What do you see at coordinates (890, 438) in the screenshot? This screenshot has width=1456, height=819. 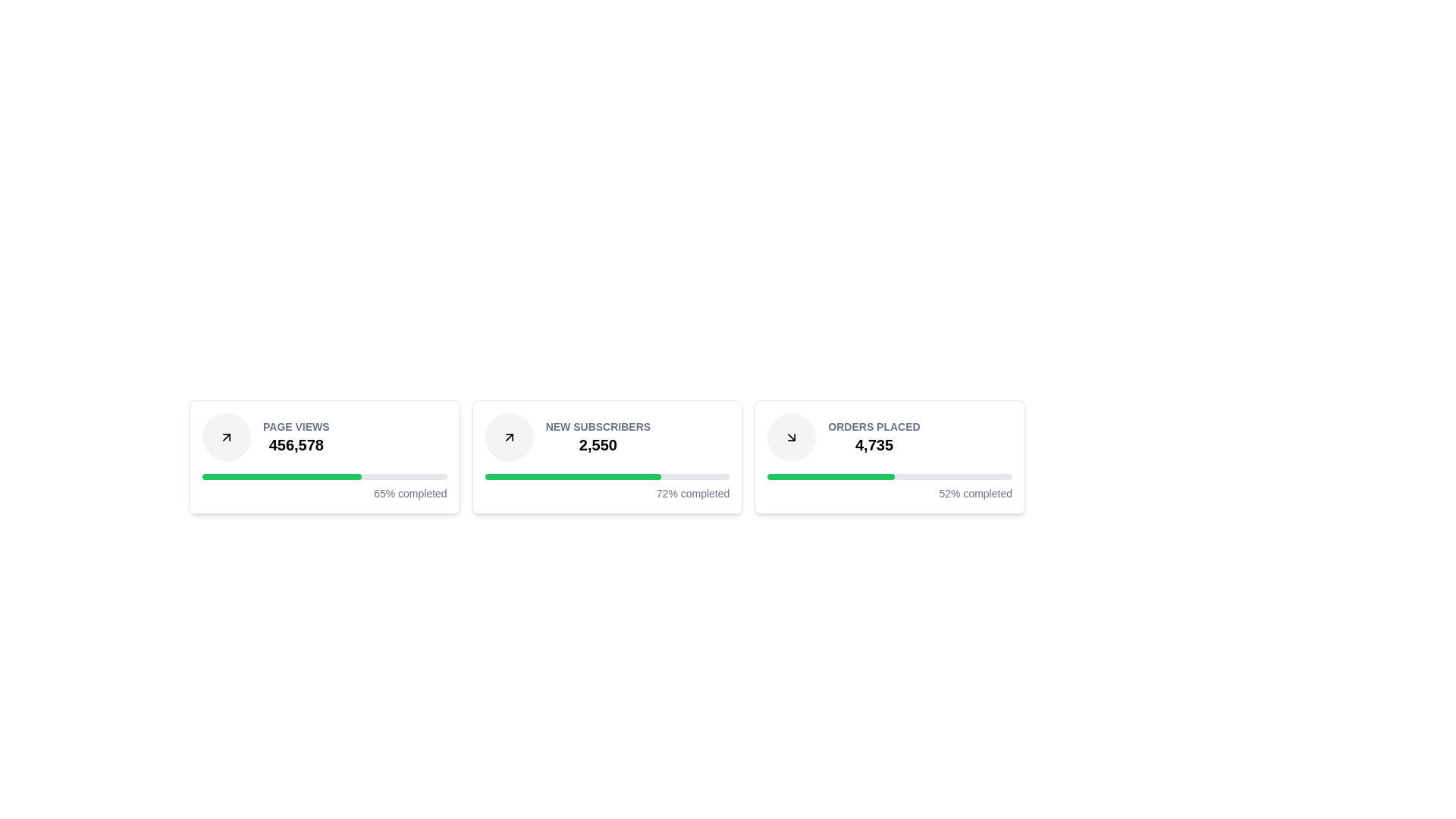 I see `the text block displaying 'Orders Placed' with the numeric value '4,735' in bold black text, located in the upper section of the rightmost summary card` at bounding box center [890, 438].